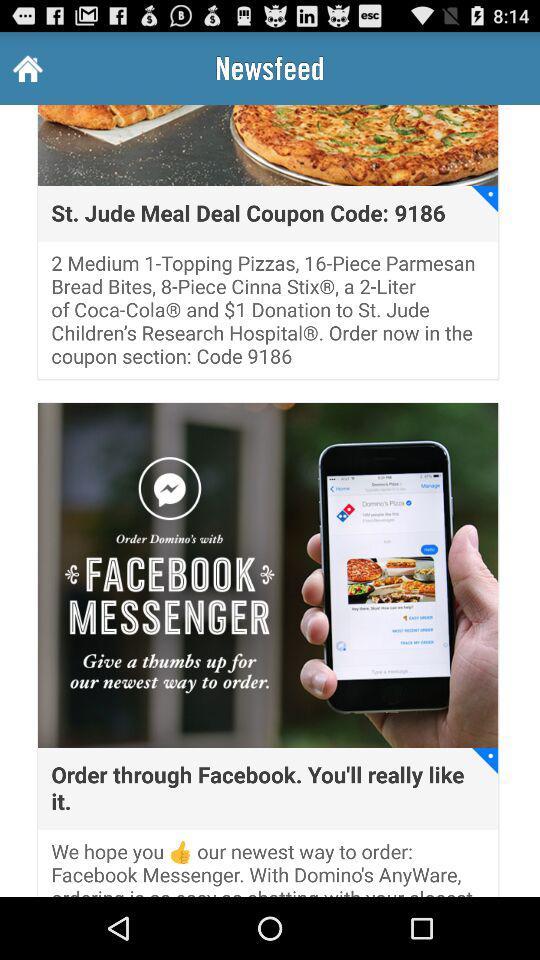  What do you see at coordinates (268, 867) in the screenshot?
I see `the we hope you app` at bounding box center [268, 867].